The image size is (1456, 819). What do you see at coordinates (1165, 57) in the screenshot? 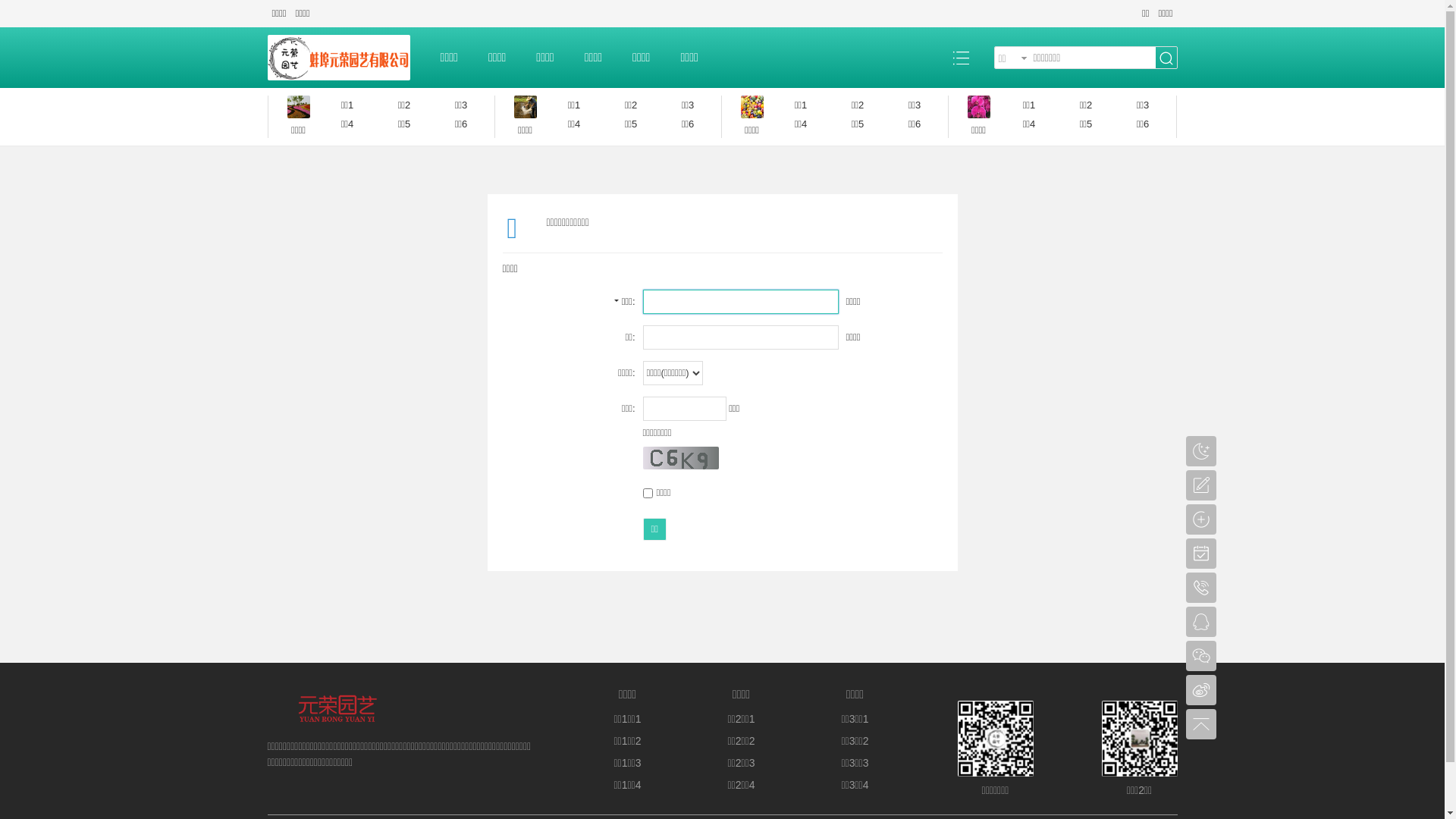
I see `'true'` at bounding box center [1165, 57].